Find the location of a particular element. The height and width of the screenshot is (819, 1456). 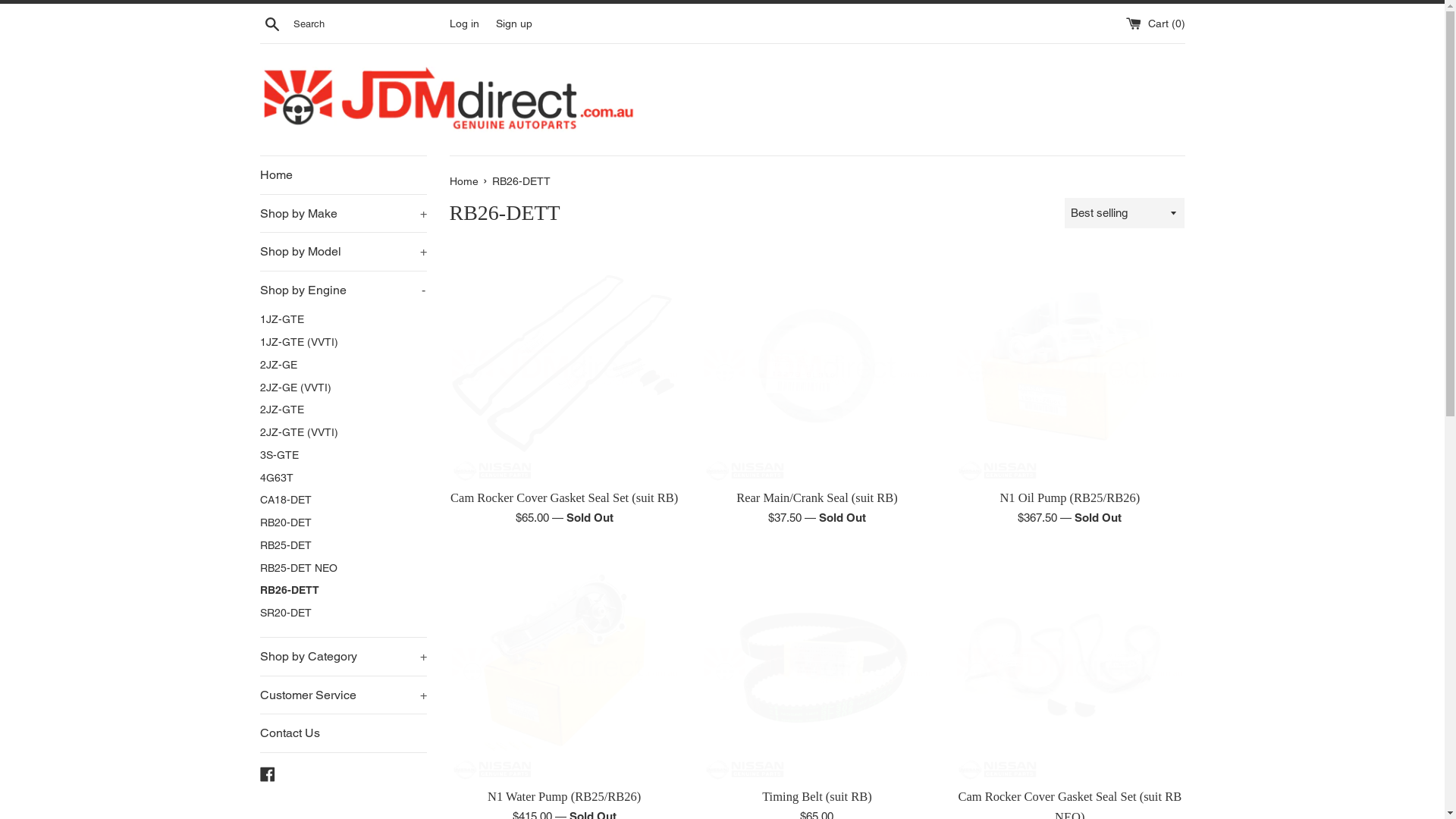

'2JZ-GTE (VVTI)' is located at coordinates (341, 432).